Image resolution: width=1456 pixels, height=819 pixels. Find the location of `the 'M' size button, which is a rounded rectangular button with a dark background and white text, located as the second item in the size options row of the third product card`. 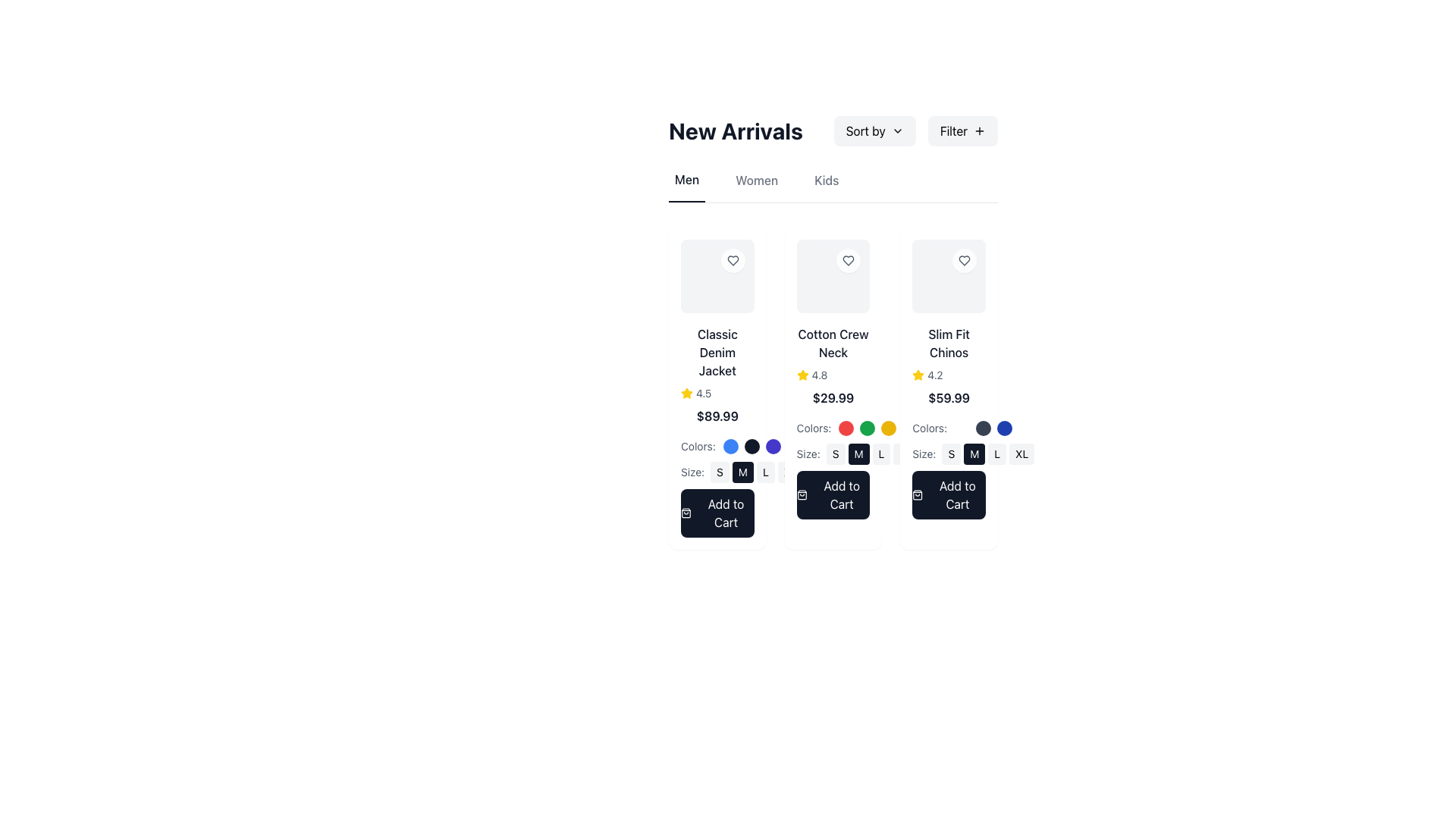

the 'M' size button, which is a rounded rectangular button with a dark background and white text, located as the second item in the size options row of the third product card is located at coordinates (974, 453).